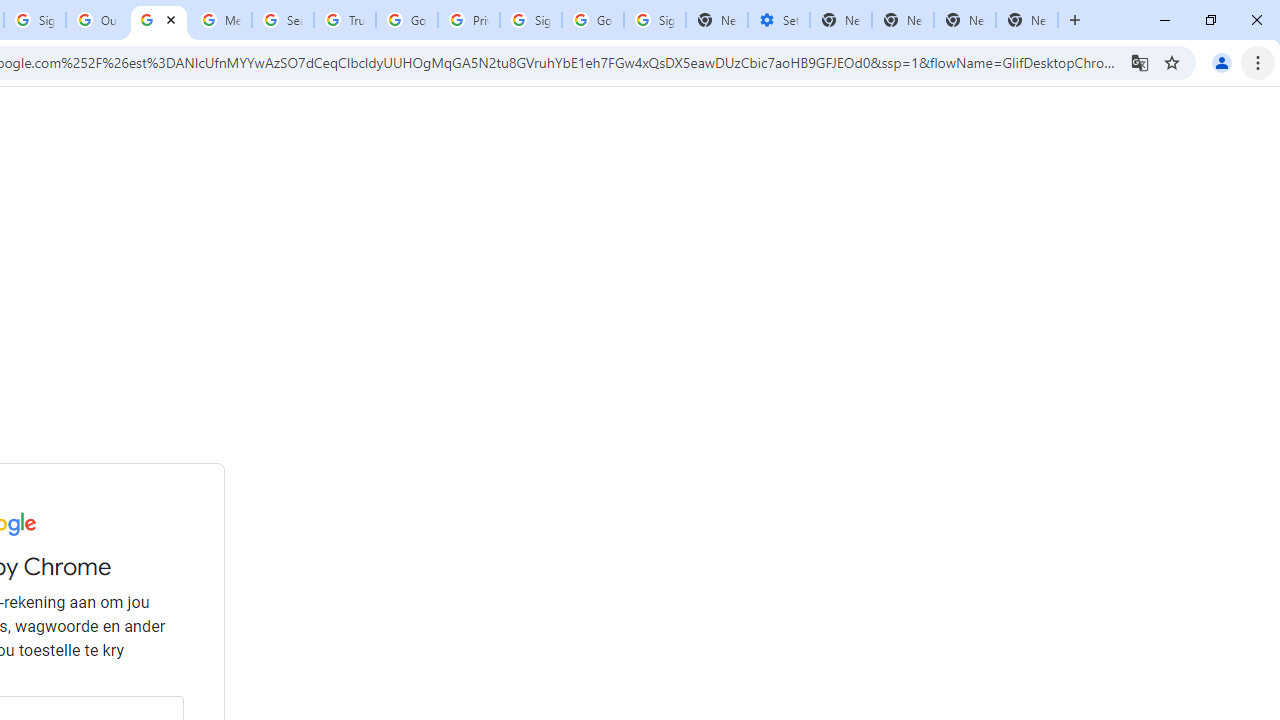 The width and height of the screenshot is (1280, 720). I want to click on 'Google Cybersecurity Innovations - Google Safety Center', so click(592, 20).